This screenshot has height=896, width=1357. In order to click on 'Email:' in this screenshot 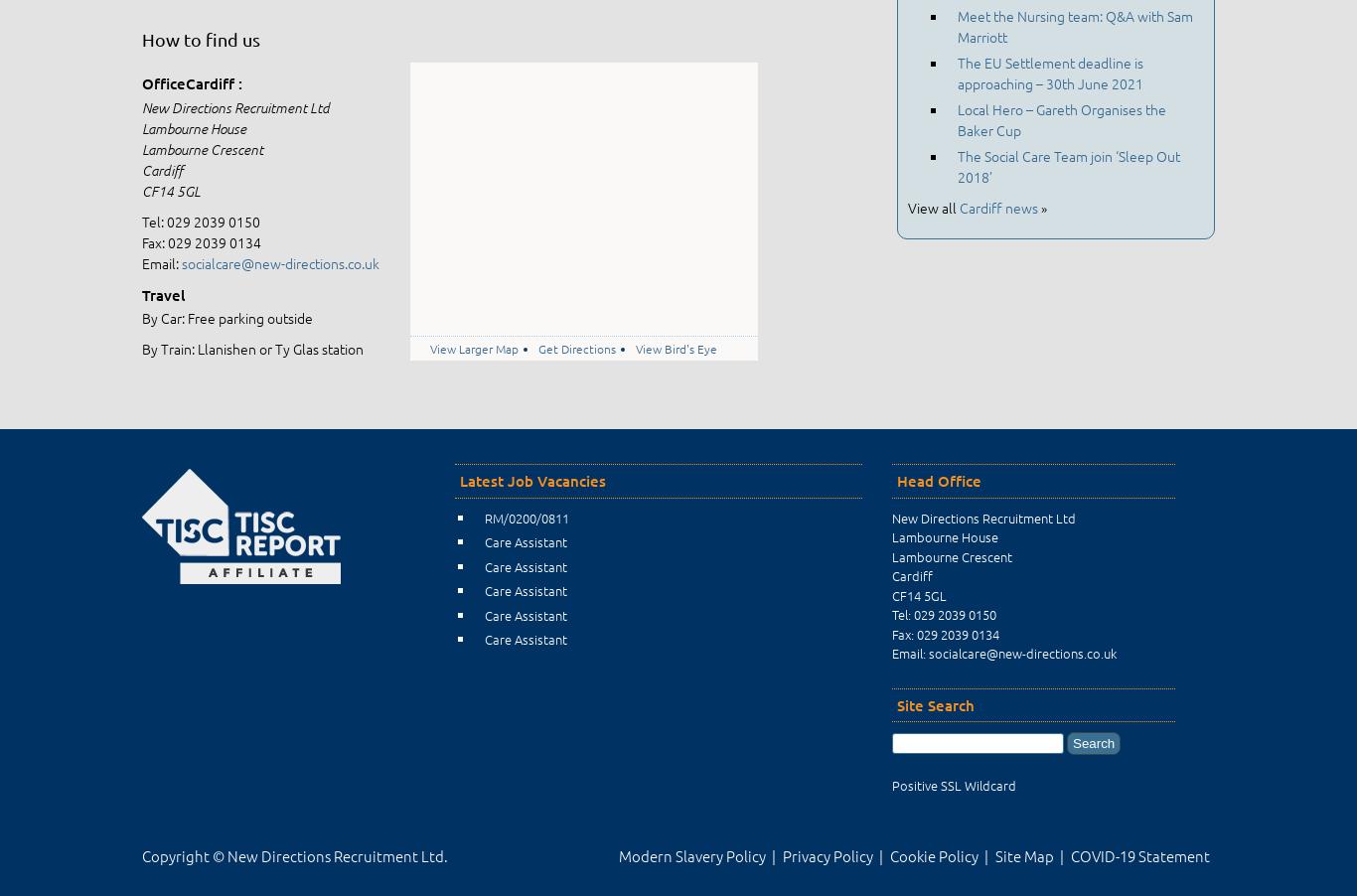, I will do `click(910, 652)`.